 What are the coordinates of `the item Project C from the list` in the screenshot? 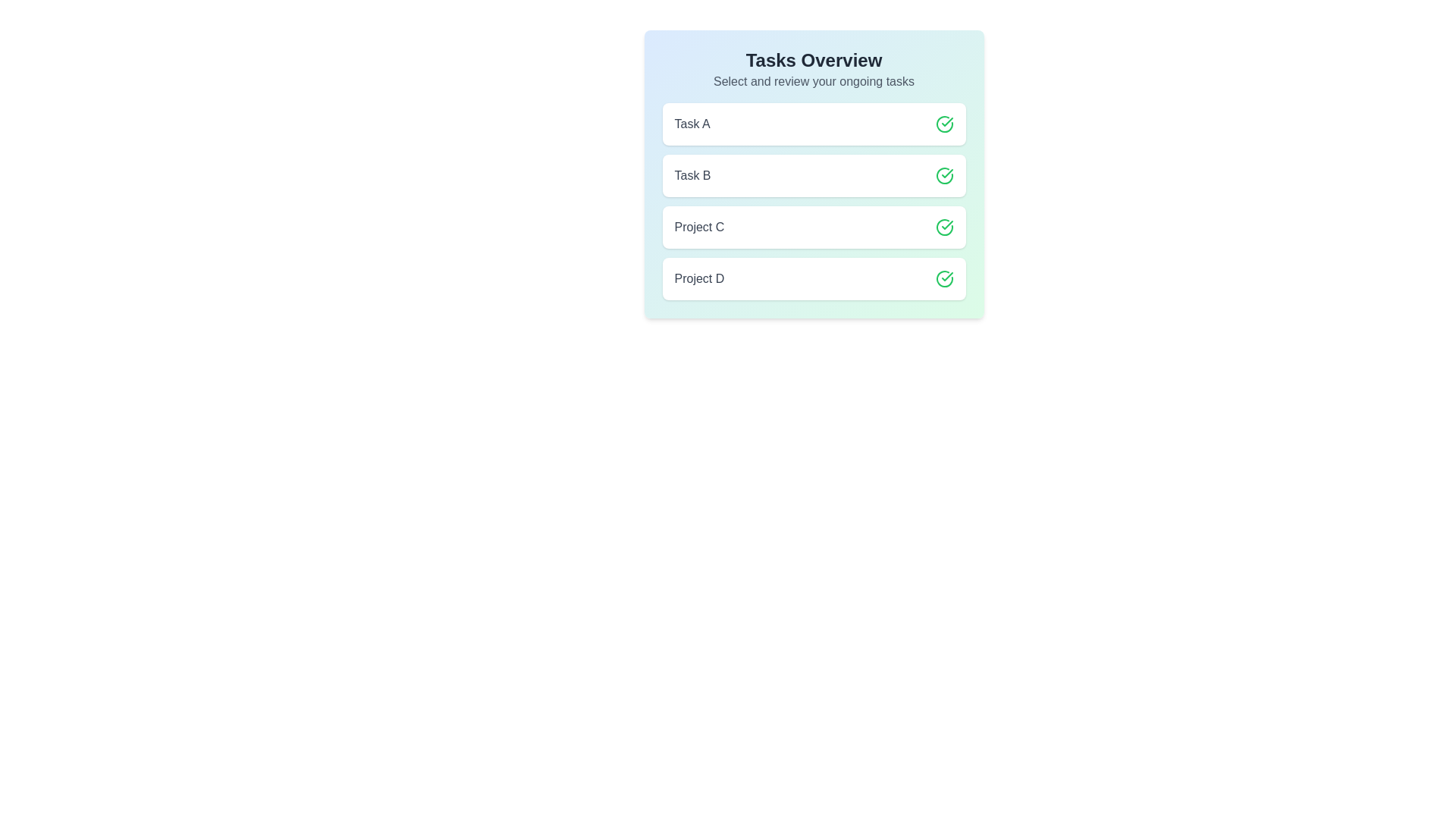 It's located at (813, 227).